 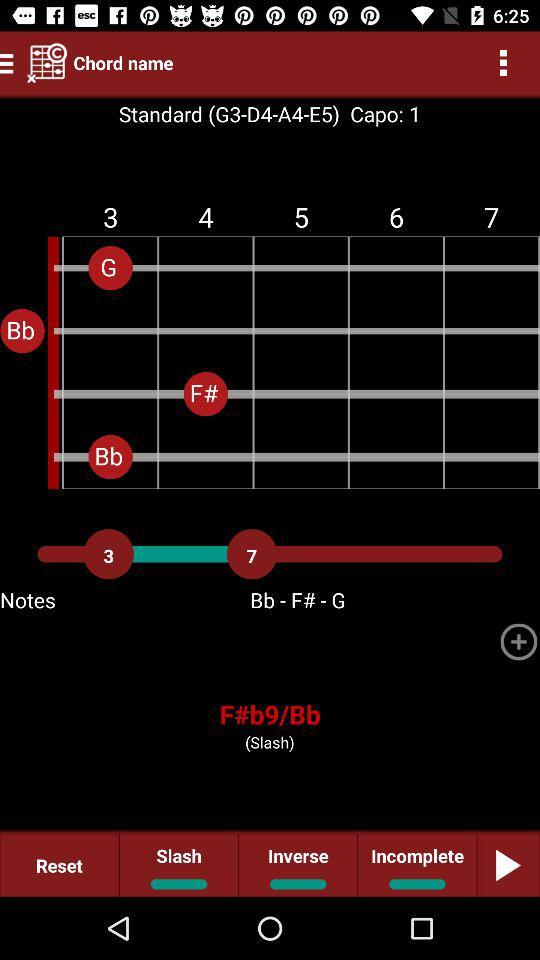 What do you see at coordinates (228, 114) in the screenshot?
I see `icon to the left of the   capo: 1 icon` at bounding box center [228, 114].